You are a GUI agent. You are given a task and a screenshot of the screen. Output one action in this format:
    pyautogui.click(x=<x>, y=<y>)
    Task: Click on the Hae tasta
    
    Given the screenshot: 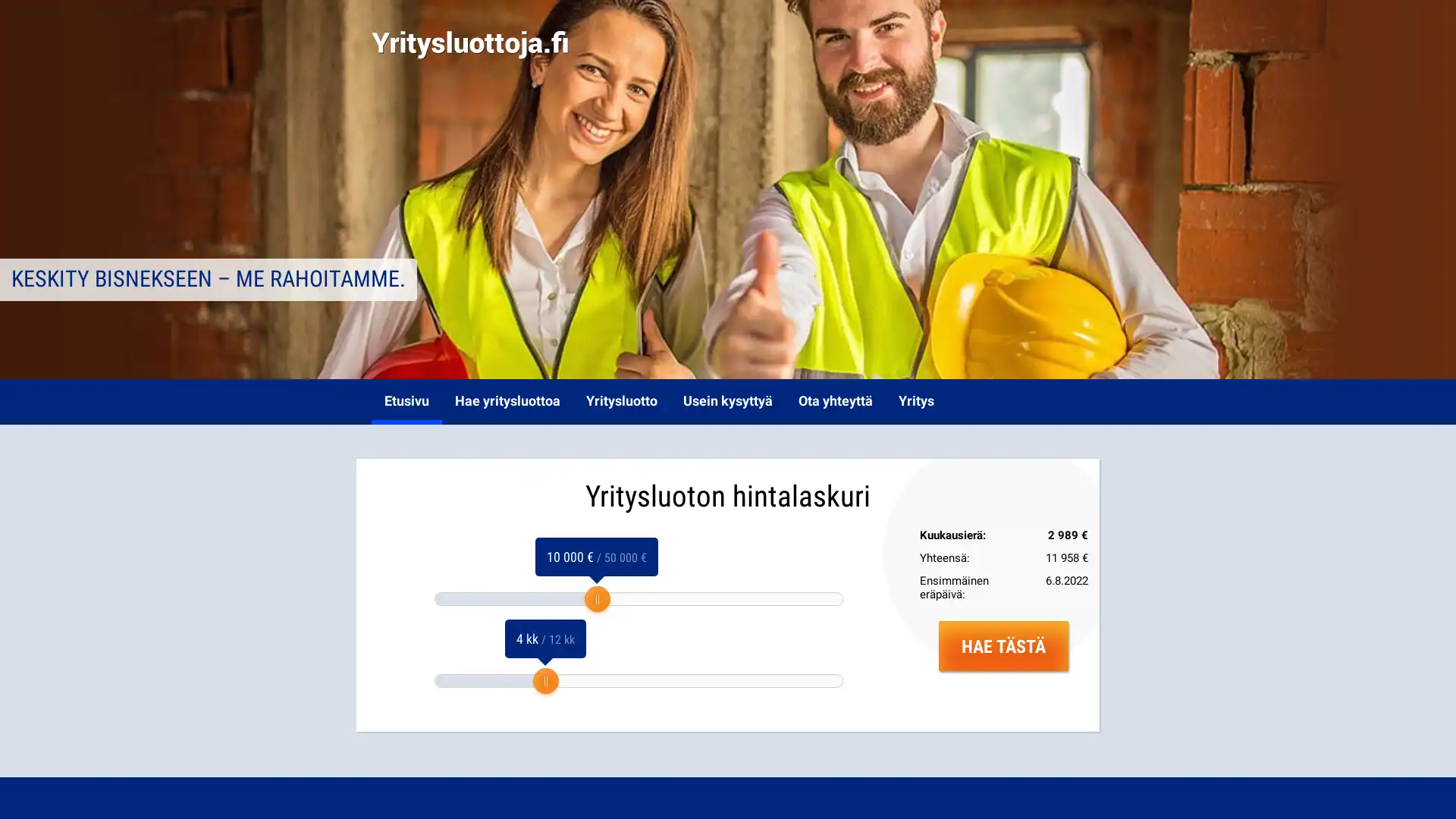 What is the action you would take?
    pyautogui.click(x=1003, y=645)
    